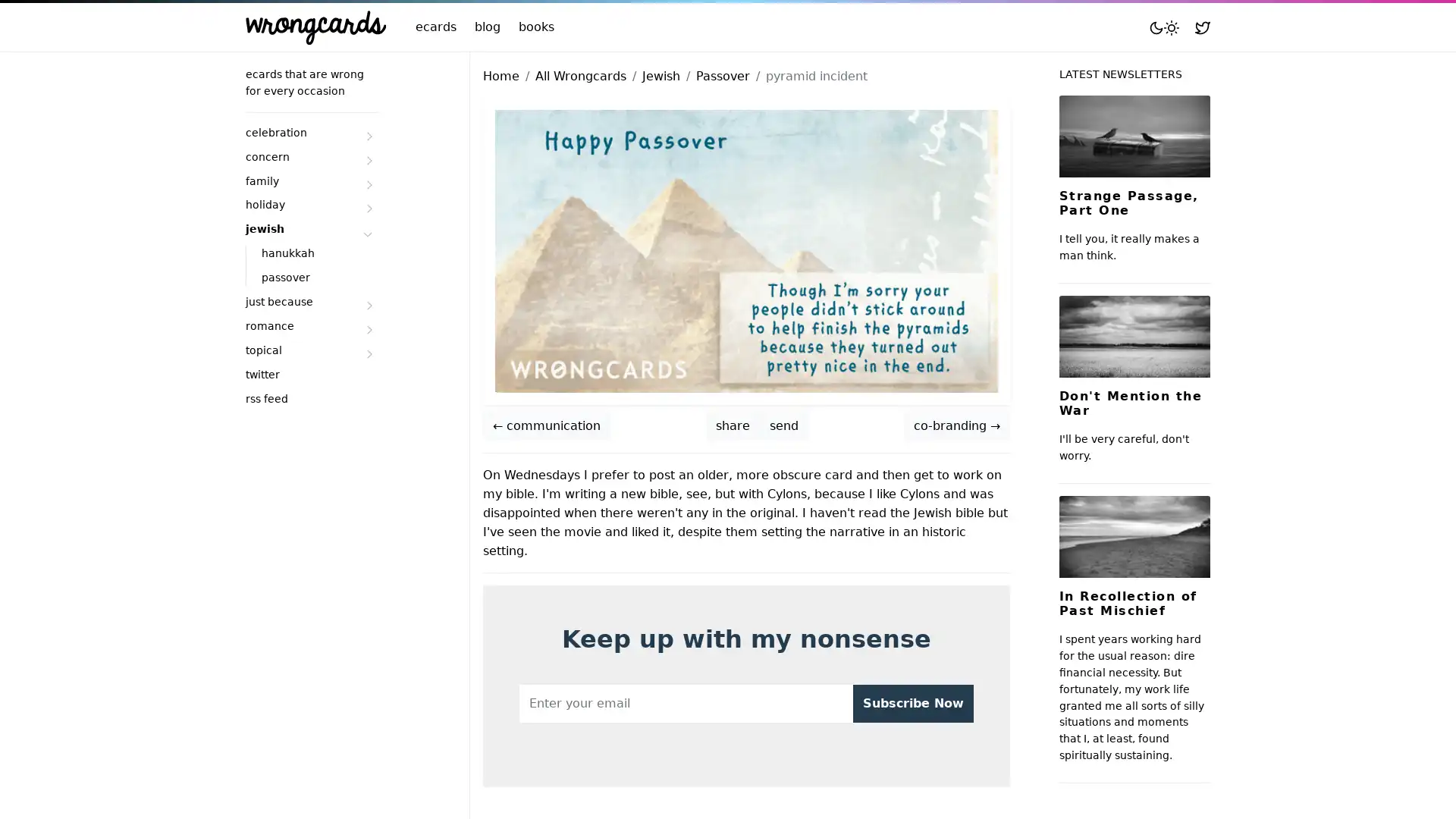 The height and width of the screenshot is (819, 1456). Describe the element at coordinates (367, 233) in the screenshot. I see `Submenu` at that location.